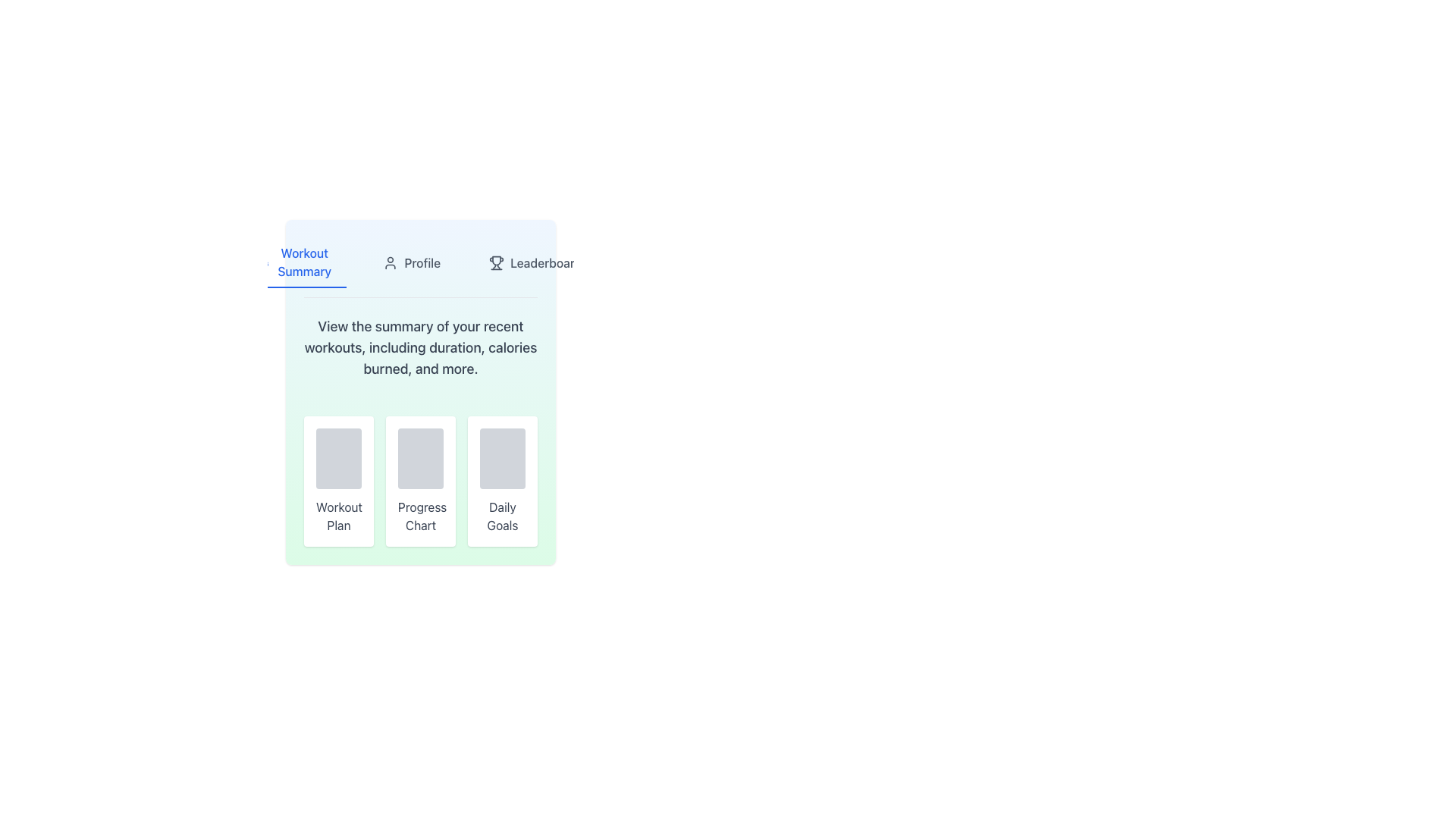 The width and height of the screenshot is (1456, 819). Describe the element at coordinates (502, 458) in the screenshot. I see `the Decorative block with a gray background located at the top of the 'Daily Goals' card` at that location.